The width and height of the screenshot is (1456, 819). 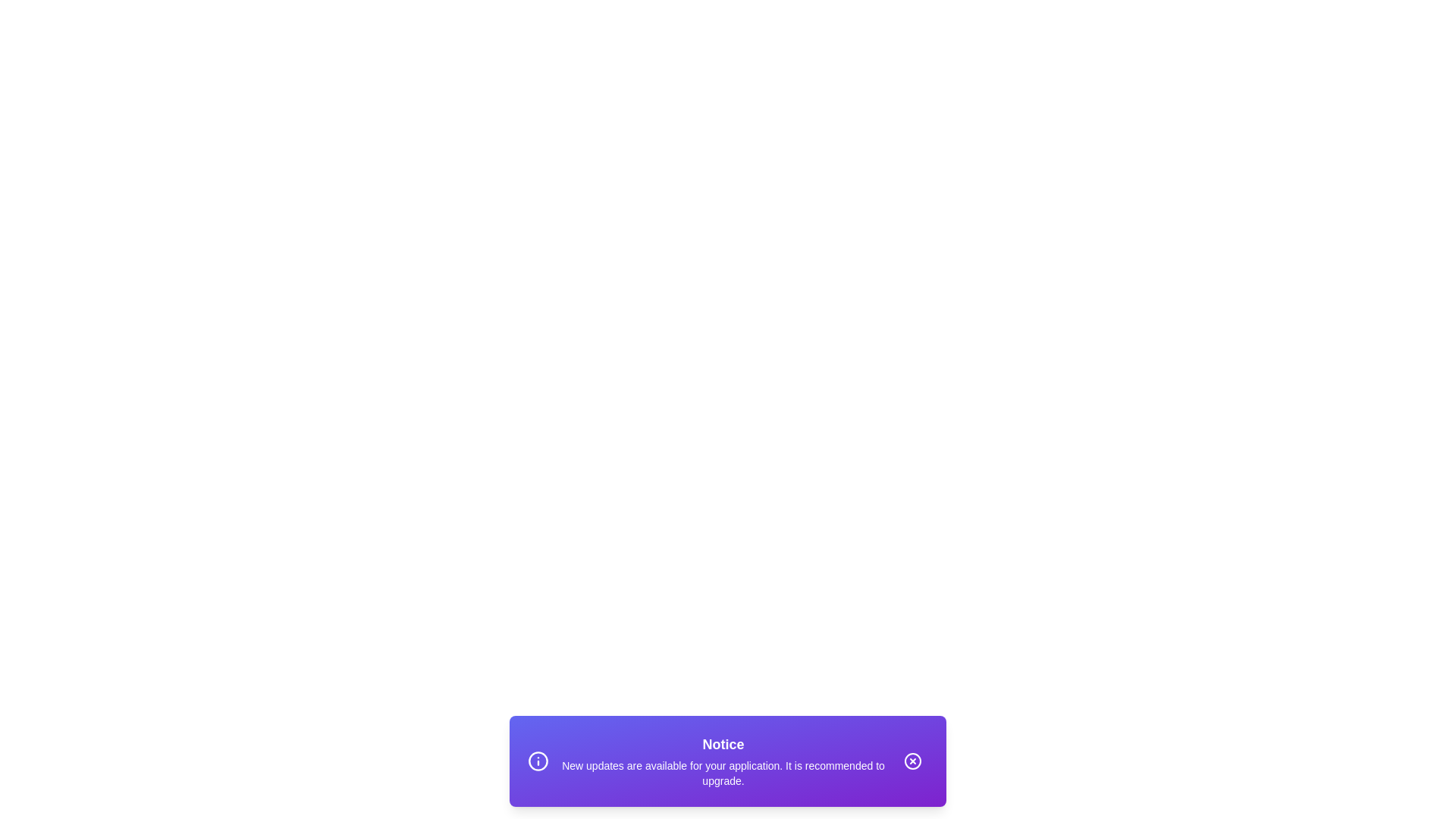 What do you see at coordinates (912, 761) in the screenshot?
I see `close button to hide the alert` at bounding box center [912, 761].